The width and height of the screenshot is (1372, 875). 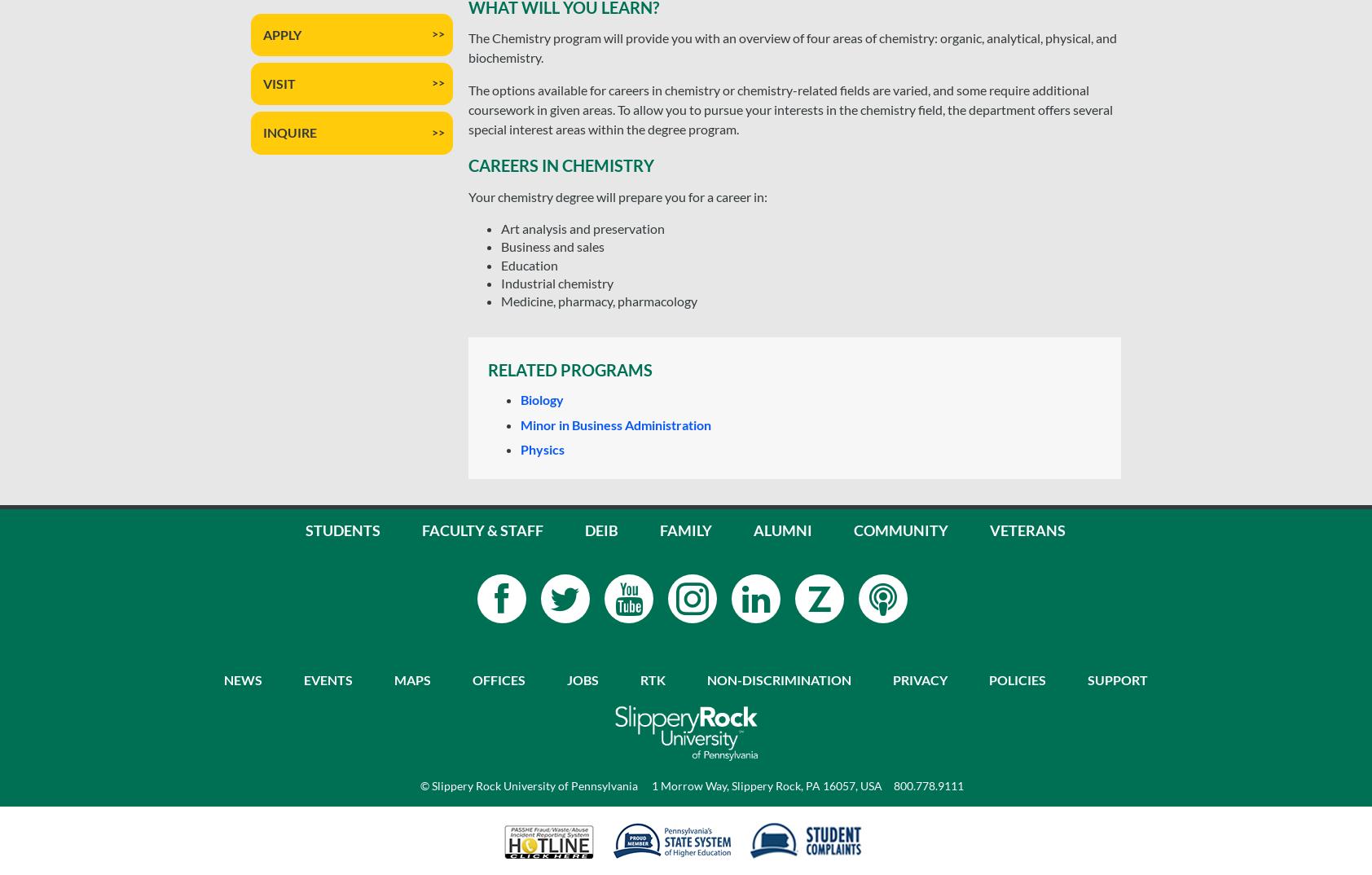 What do you see at coordinates (919, 679) in the screenshot?
I see `'Privacy'` at bounding box center [919, 679].